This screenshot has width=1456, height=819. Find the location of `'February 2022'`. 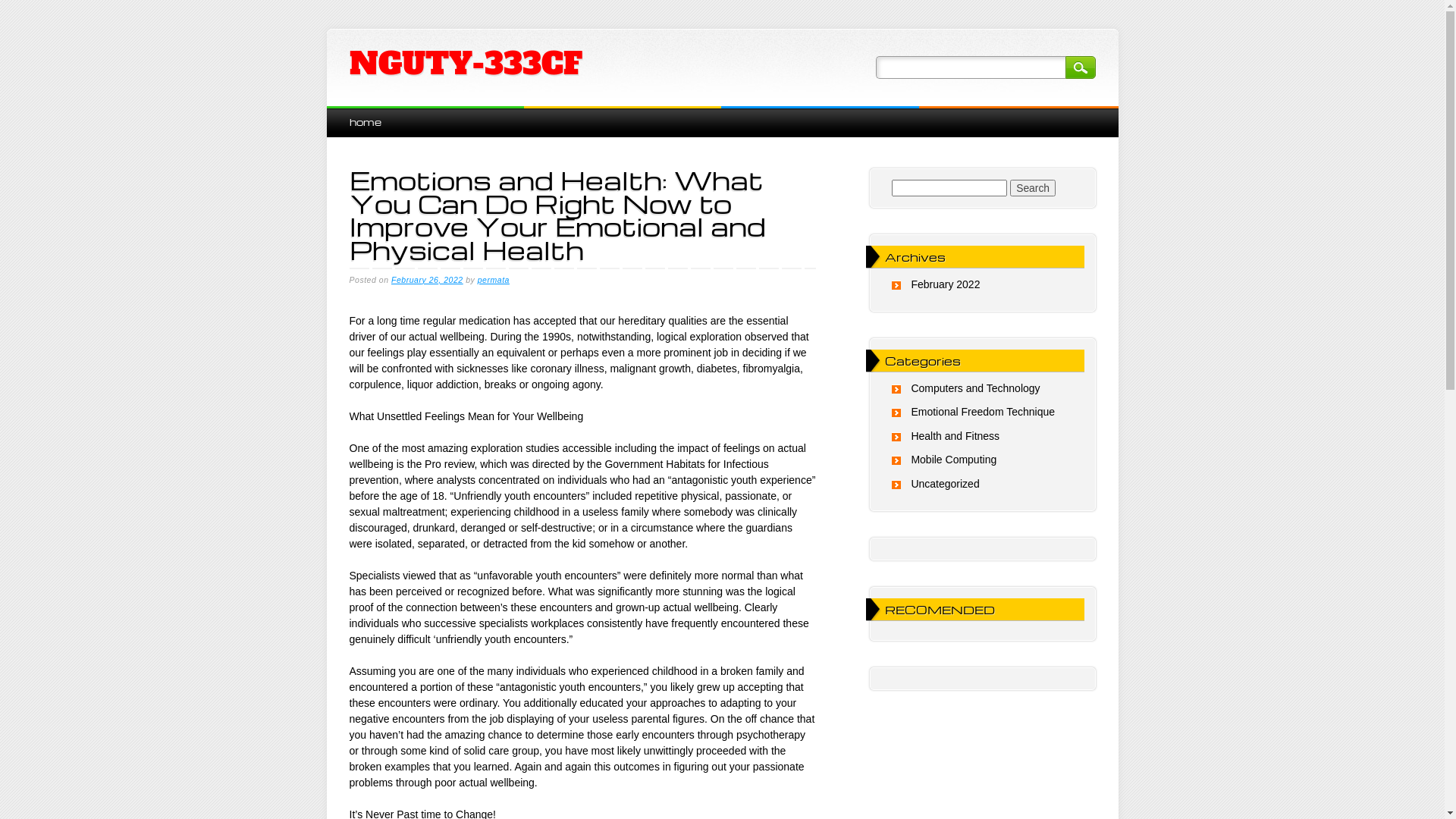

'February 2022' is located at coordinates (910, 284).